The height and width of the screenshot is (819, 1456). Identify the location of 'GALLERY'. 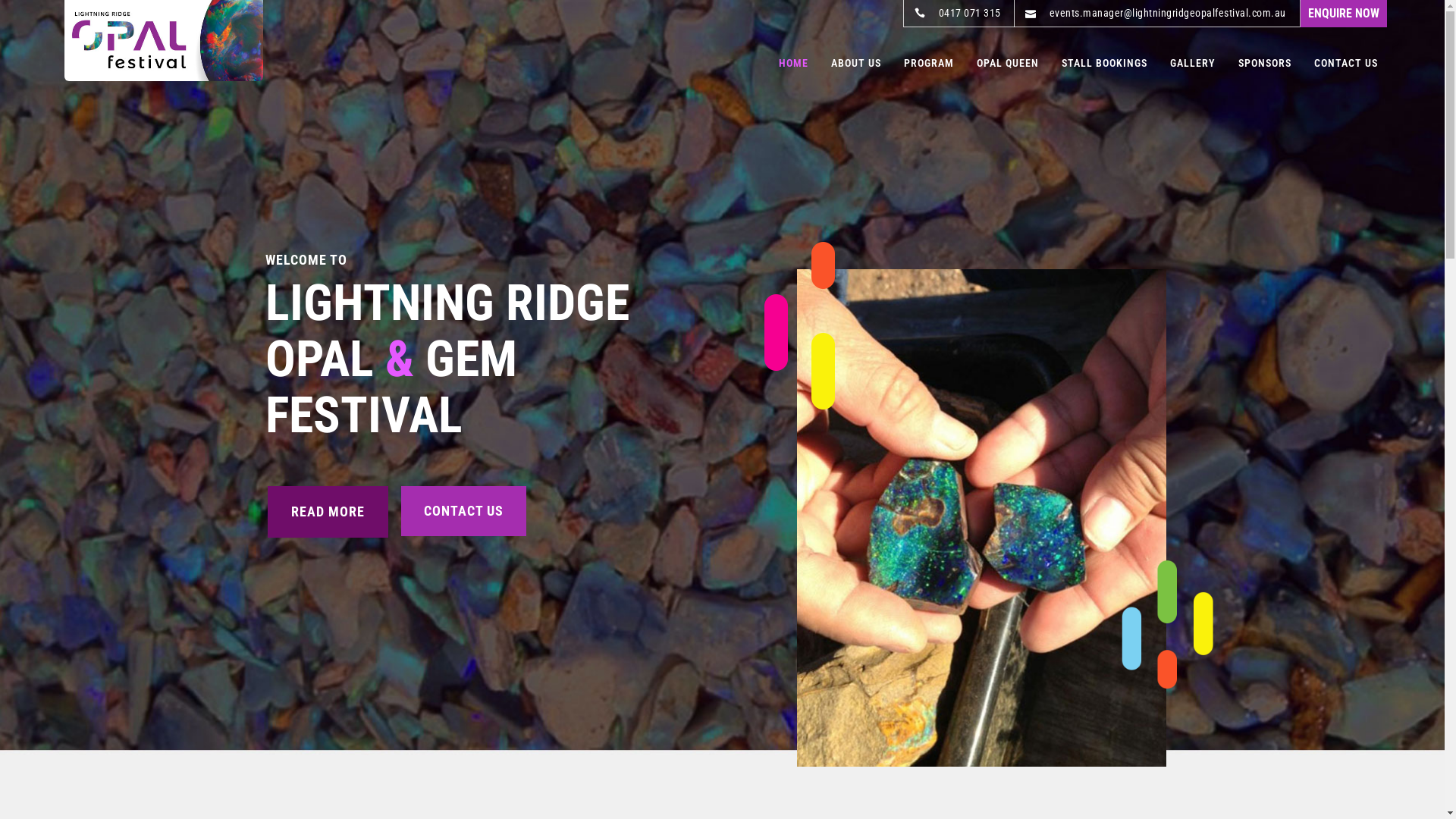
(1192, 62).